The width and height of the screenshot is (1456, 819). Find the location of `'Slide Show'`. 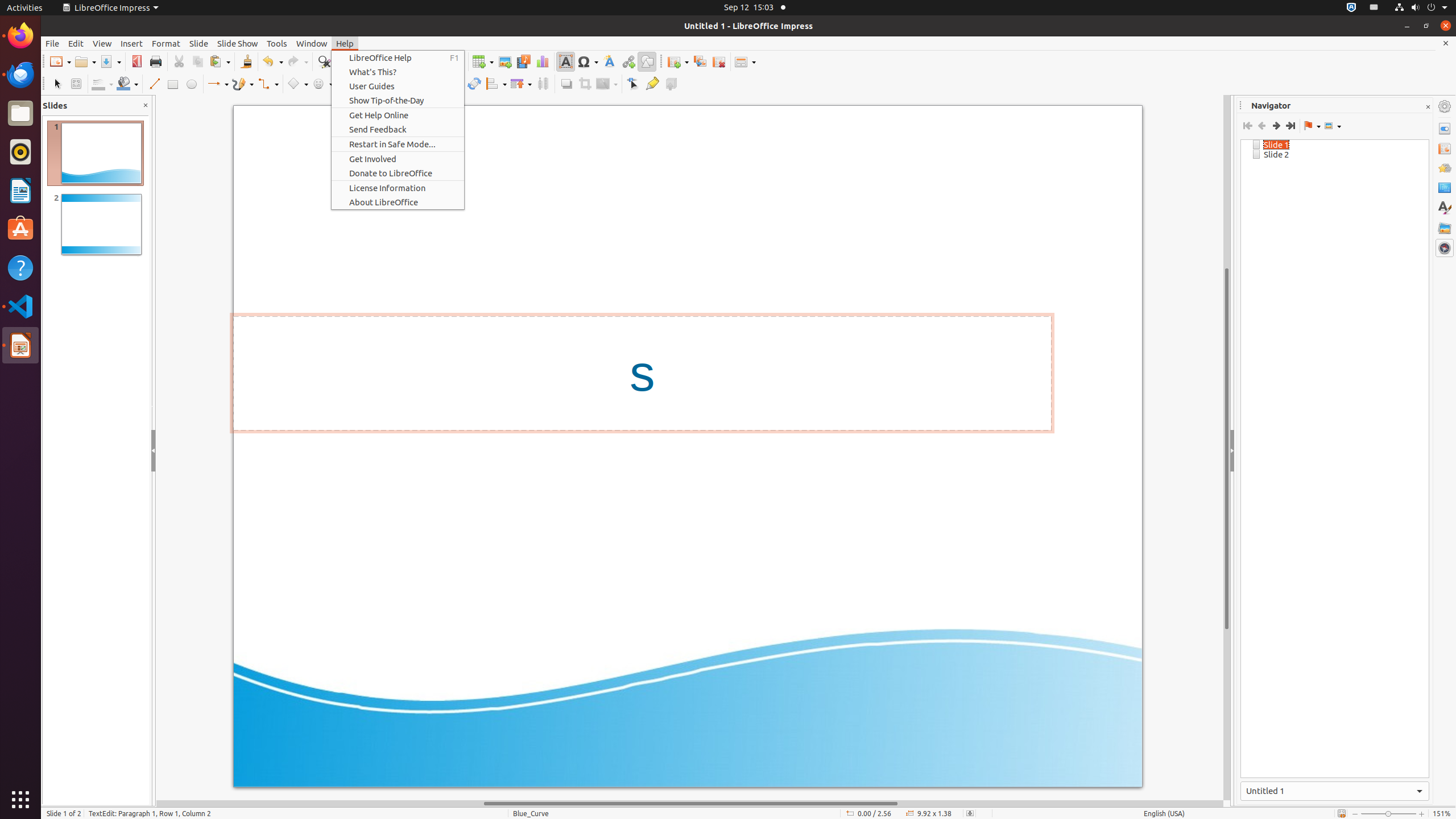

'Slide Show' is located at coordinates (237, 43).